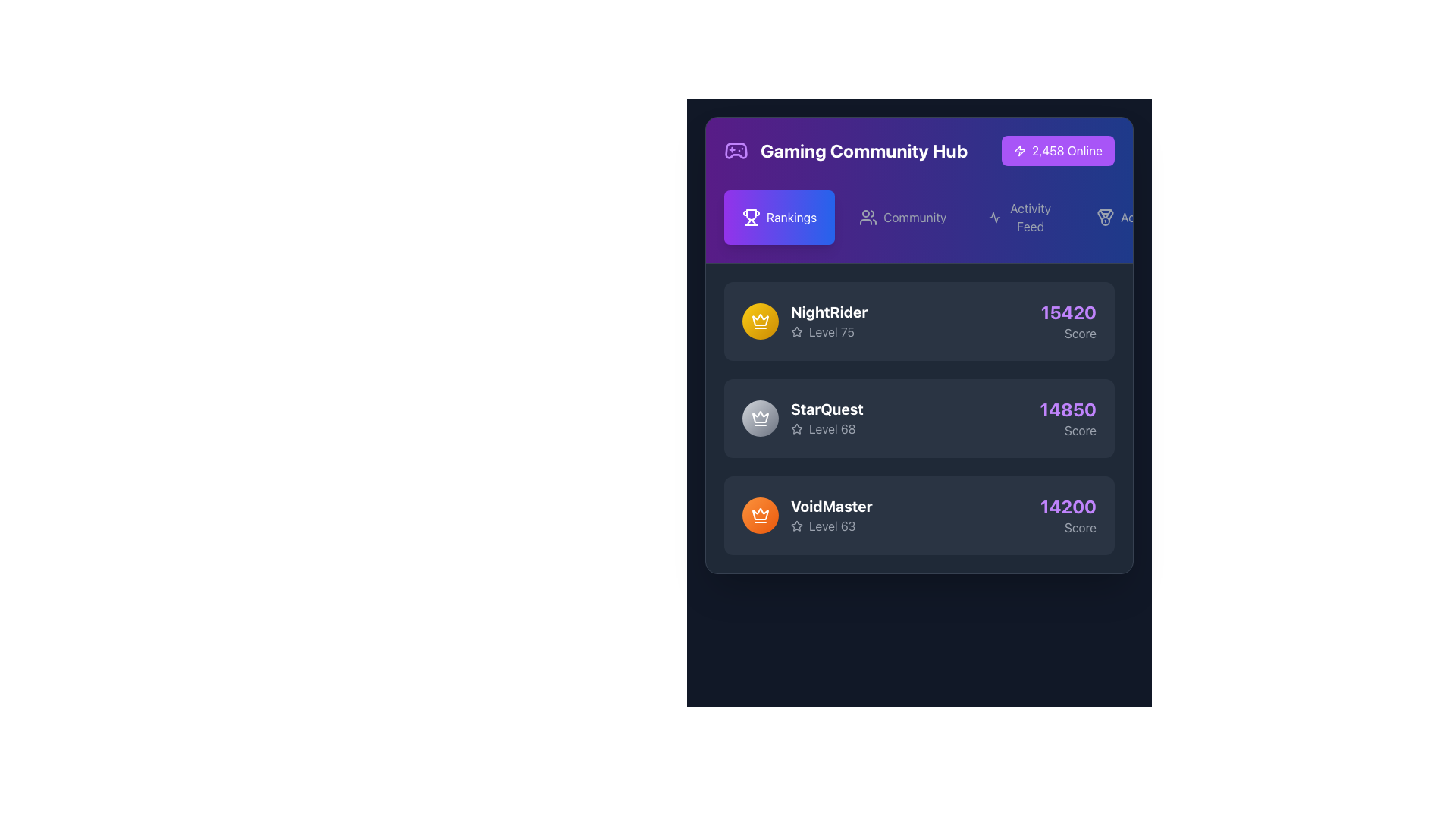  What do you see at coordinates (761, 417) in the screenshot?
I see `the crown icon next to the username 'VoidMaster' to interact with the ranking indicator` at bounding box center [761, 417].